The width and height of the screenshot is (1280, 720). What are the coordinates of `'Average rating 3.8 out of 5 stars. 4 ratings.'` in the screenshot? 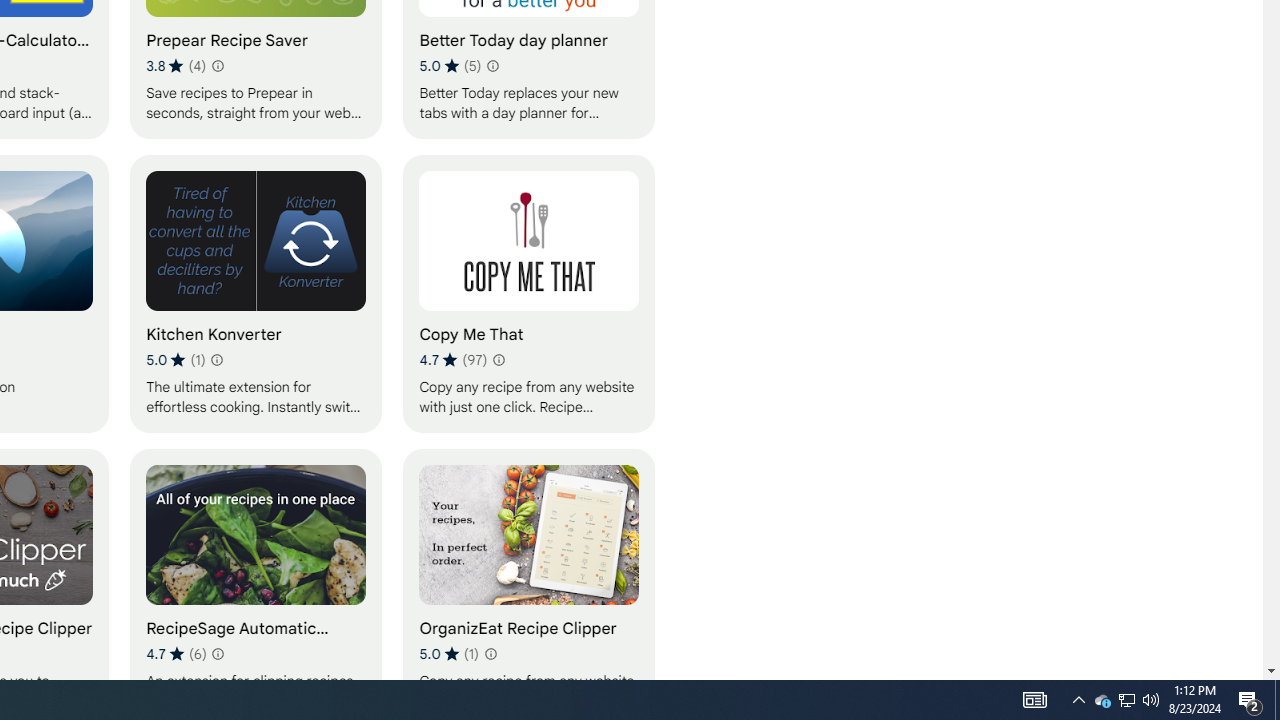 It's located at (176, 65).